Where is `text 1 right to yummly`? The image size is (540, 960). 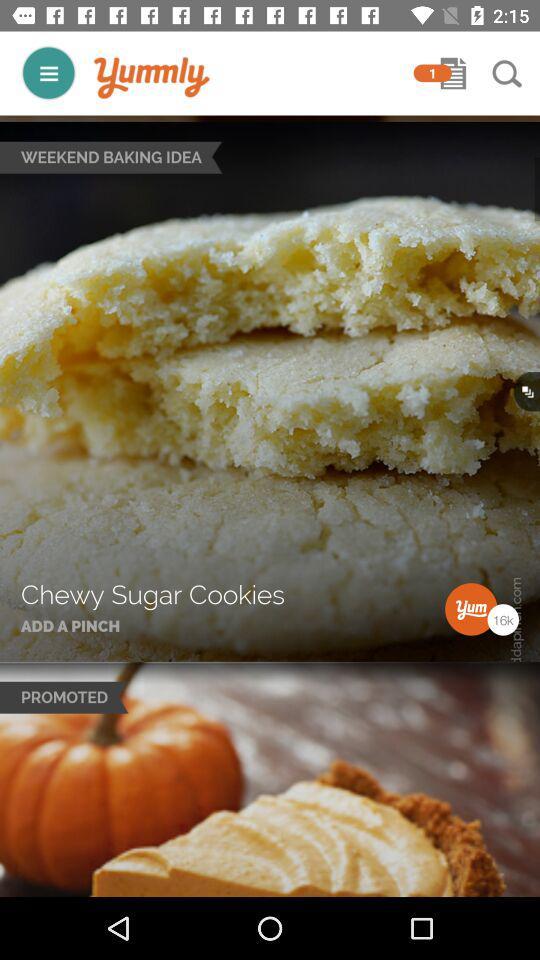 text 1 right to yummly is located at coordinates (432, 73).